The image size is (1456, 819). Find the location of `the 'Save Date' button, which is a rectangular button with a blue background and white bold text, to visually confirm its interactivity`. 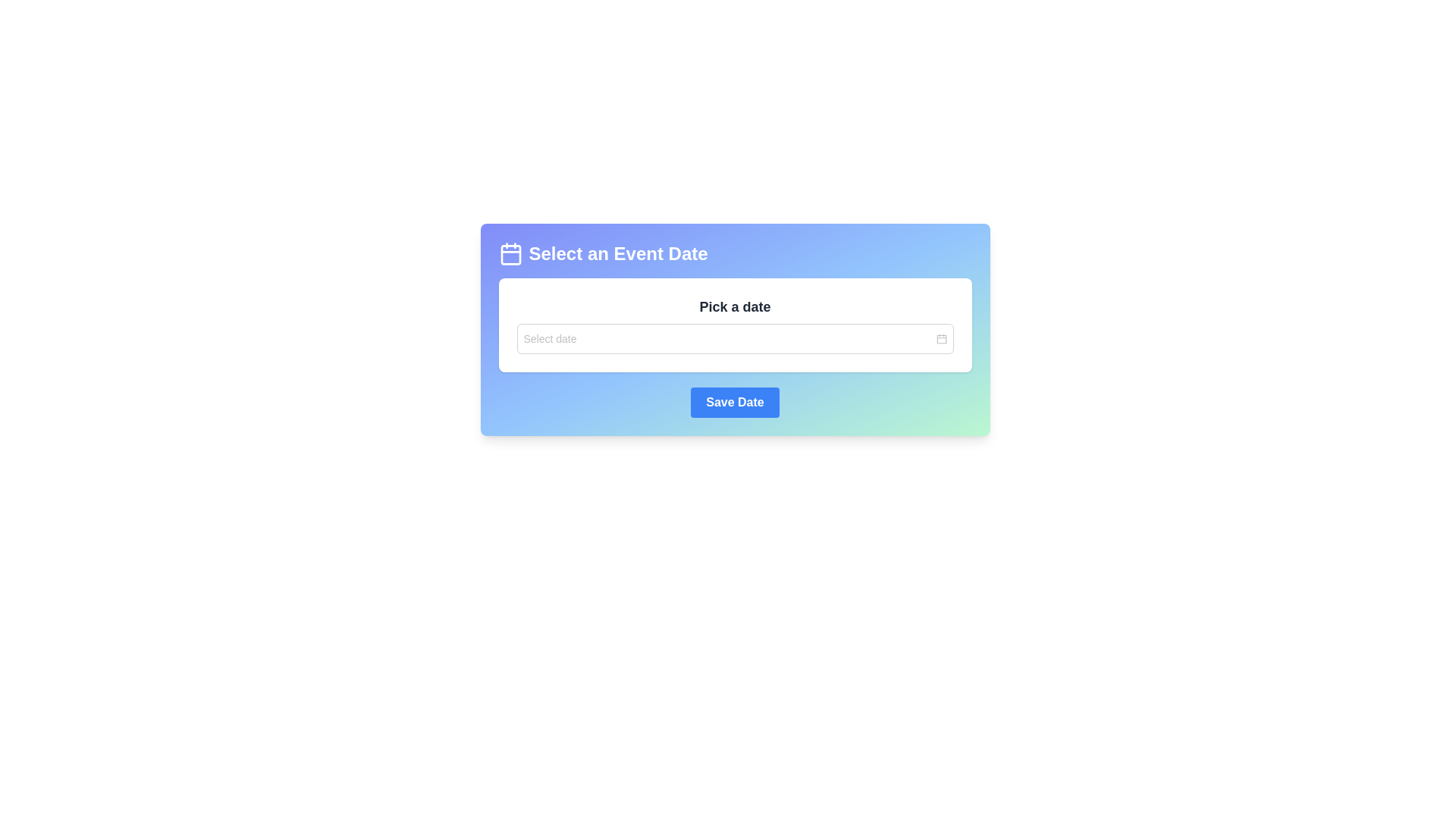

the 'Save Date' button, which is a rectangular button with a blue background and white bold text, to visually confirm its interactivity is located at coordinates (735, 402).